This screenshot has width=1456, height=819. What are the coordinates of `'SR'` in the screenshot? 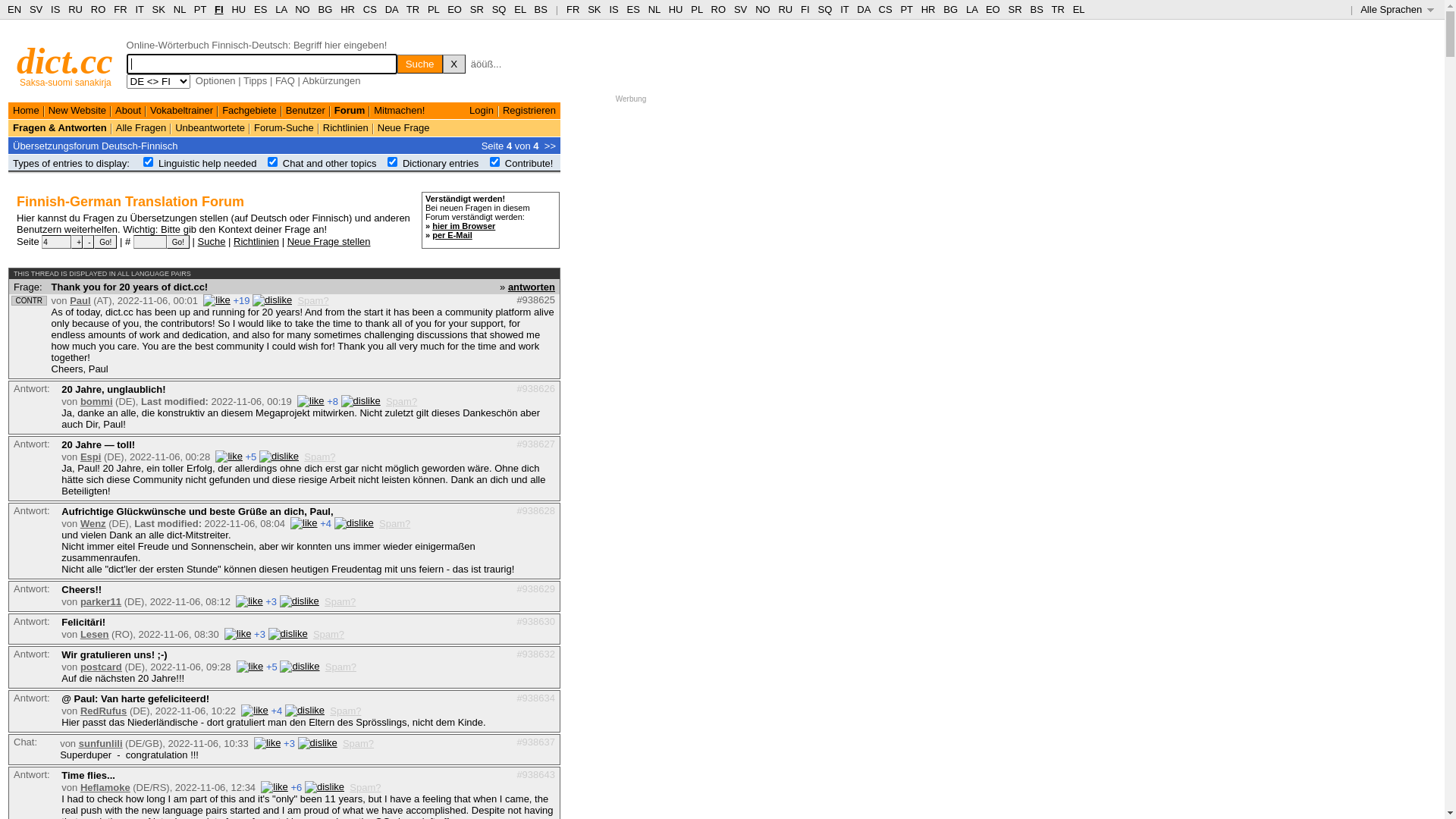 It's located at (475, 9).